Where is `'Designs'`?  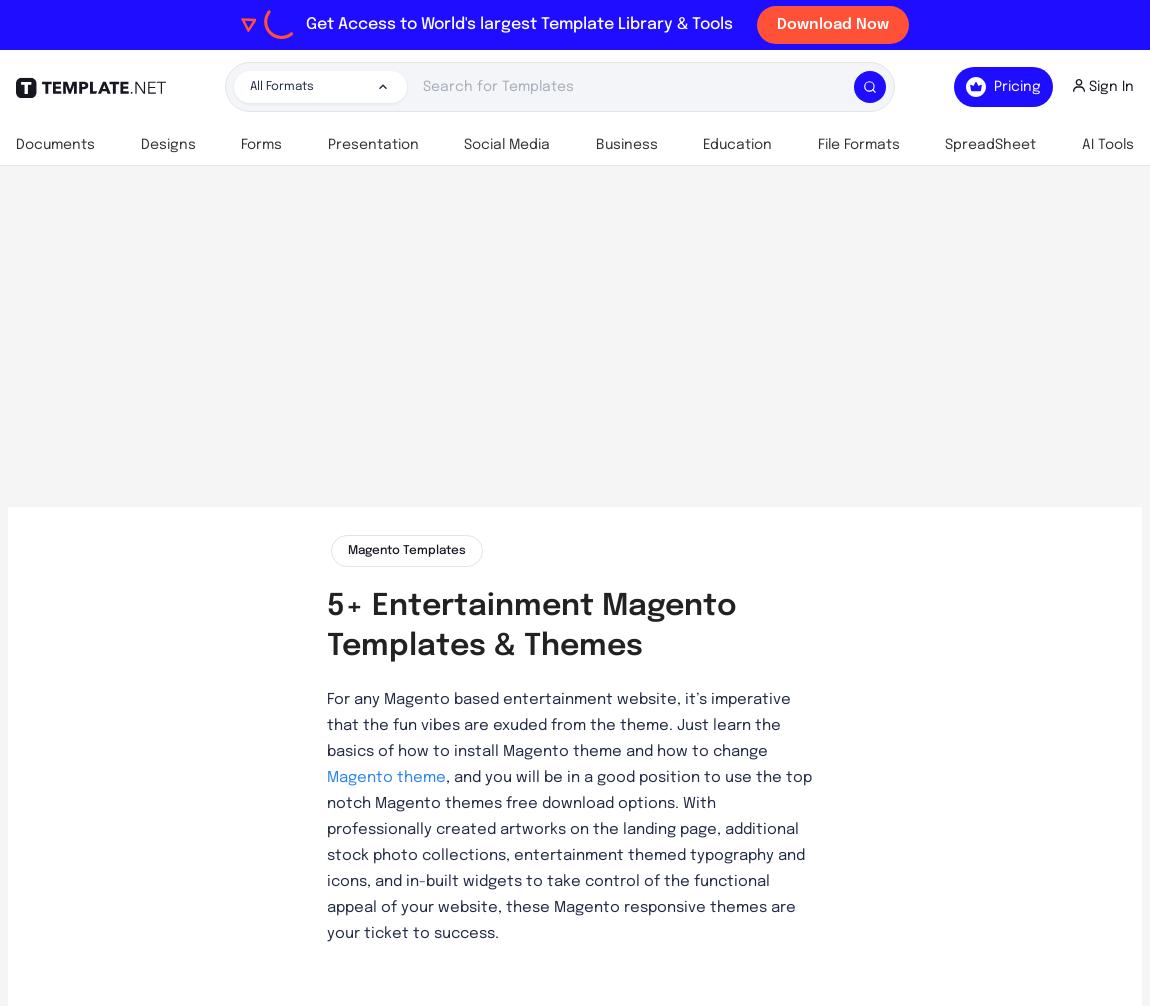
'Designs' is located at coordinates (166, 144).